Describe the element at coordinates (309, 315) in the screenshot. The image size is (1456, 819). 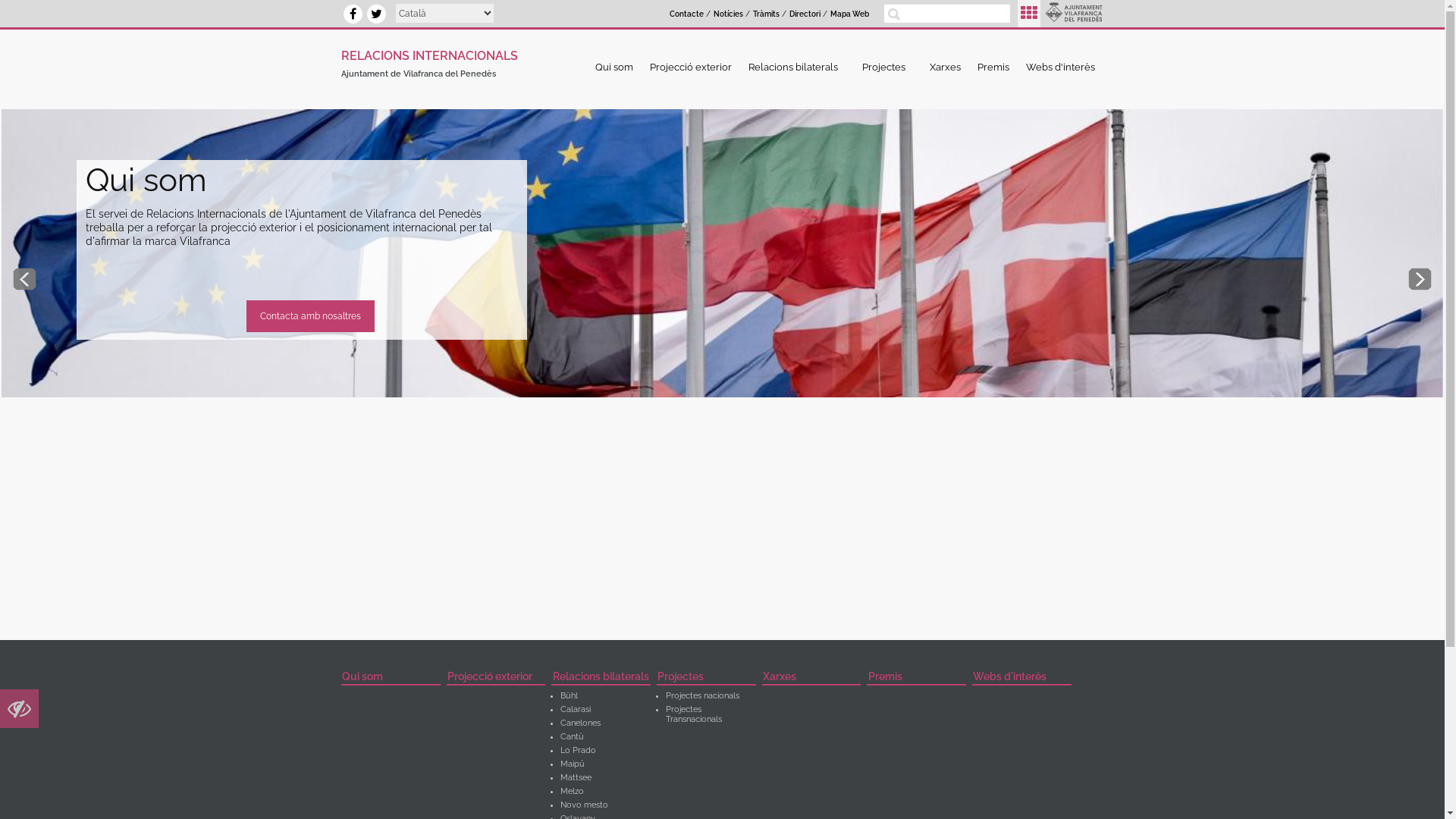
I see `'Contacta amb nosaltres'` at that location.